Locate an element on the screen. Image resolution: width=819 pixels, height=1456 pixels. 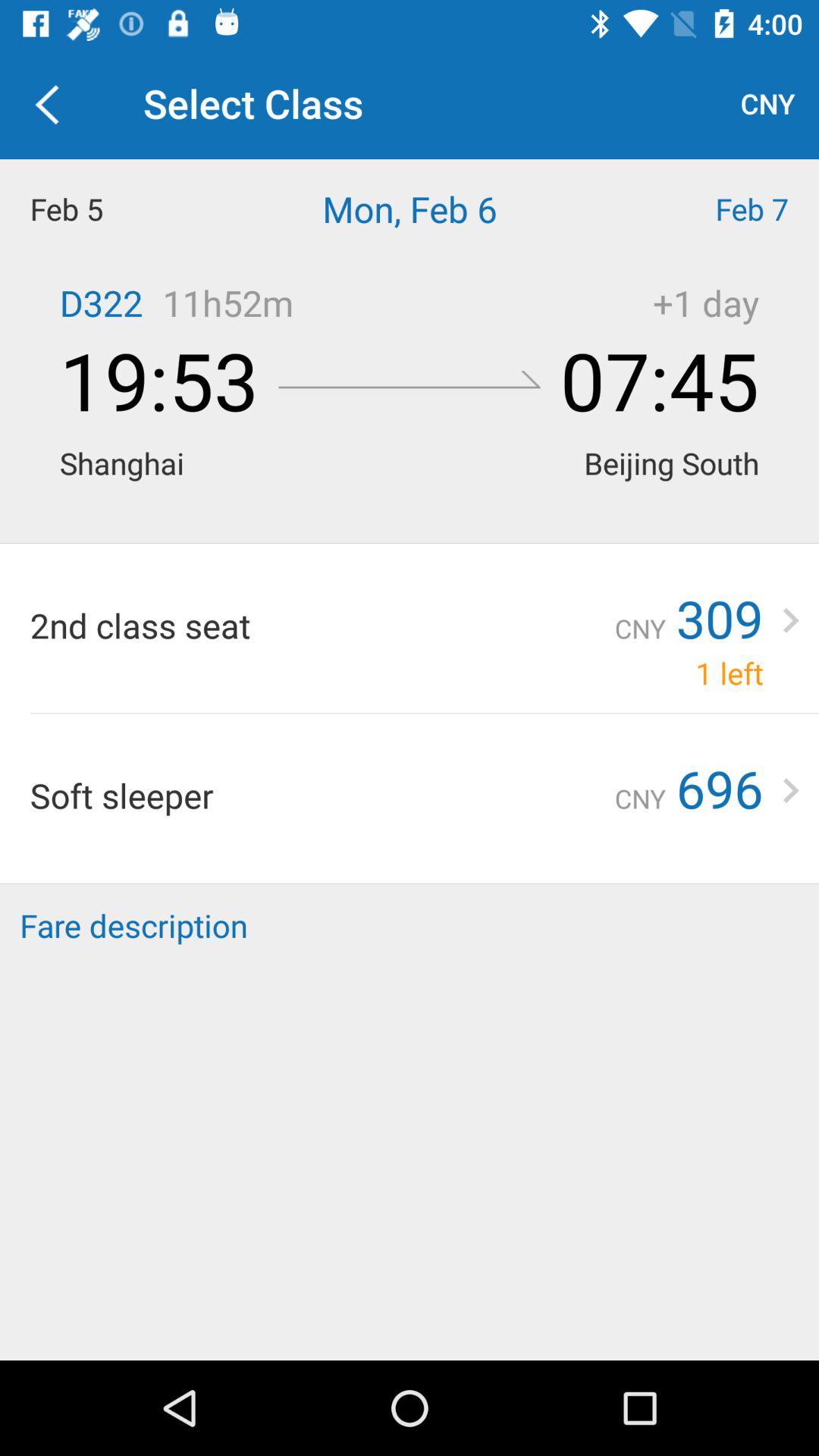
309 icon is located at coordinates (719, 618).